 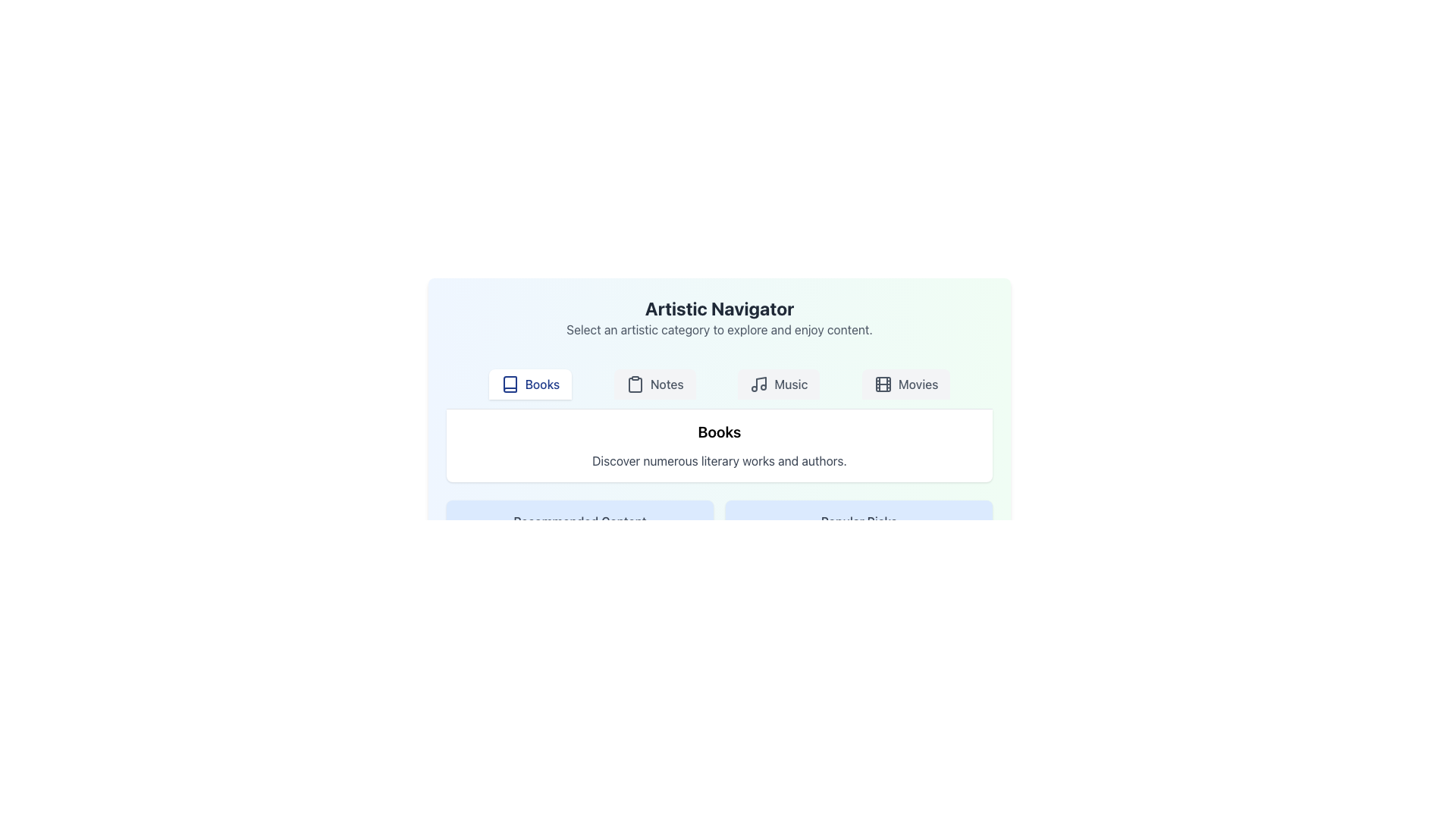 I want to click on the rectangular button with a white background and blue border labeled 'Books', so click(x=530, y=383).